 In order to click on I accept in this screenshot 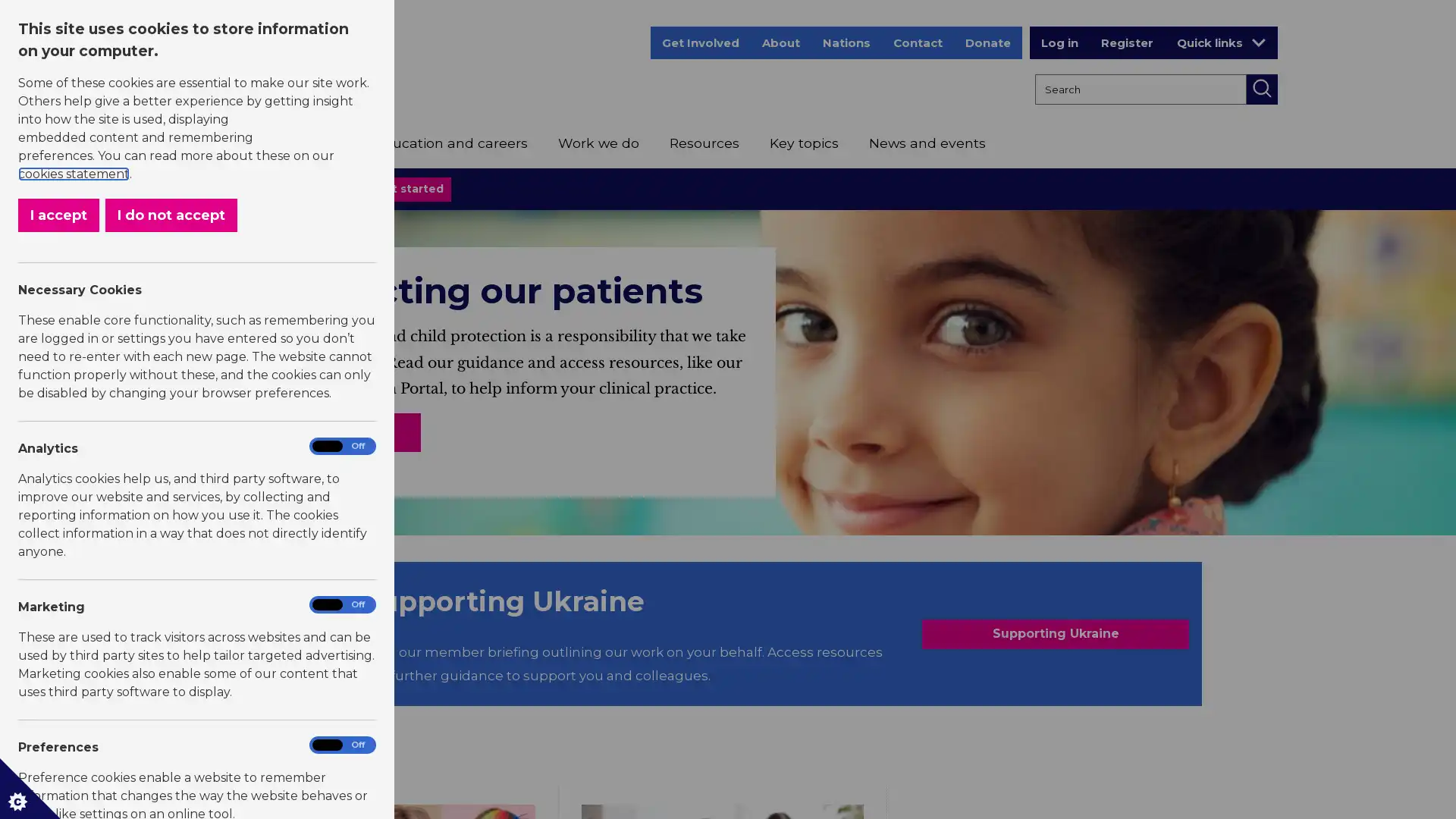, I will do `click(58, 214)`.